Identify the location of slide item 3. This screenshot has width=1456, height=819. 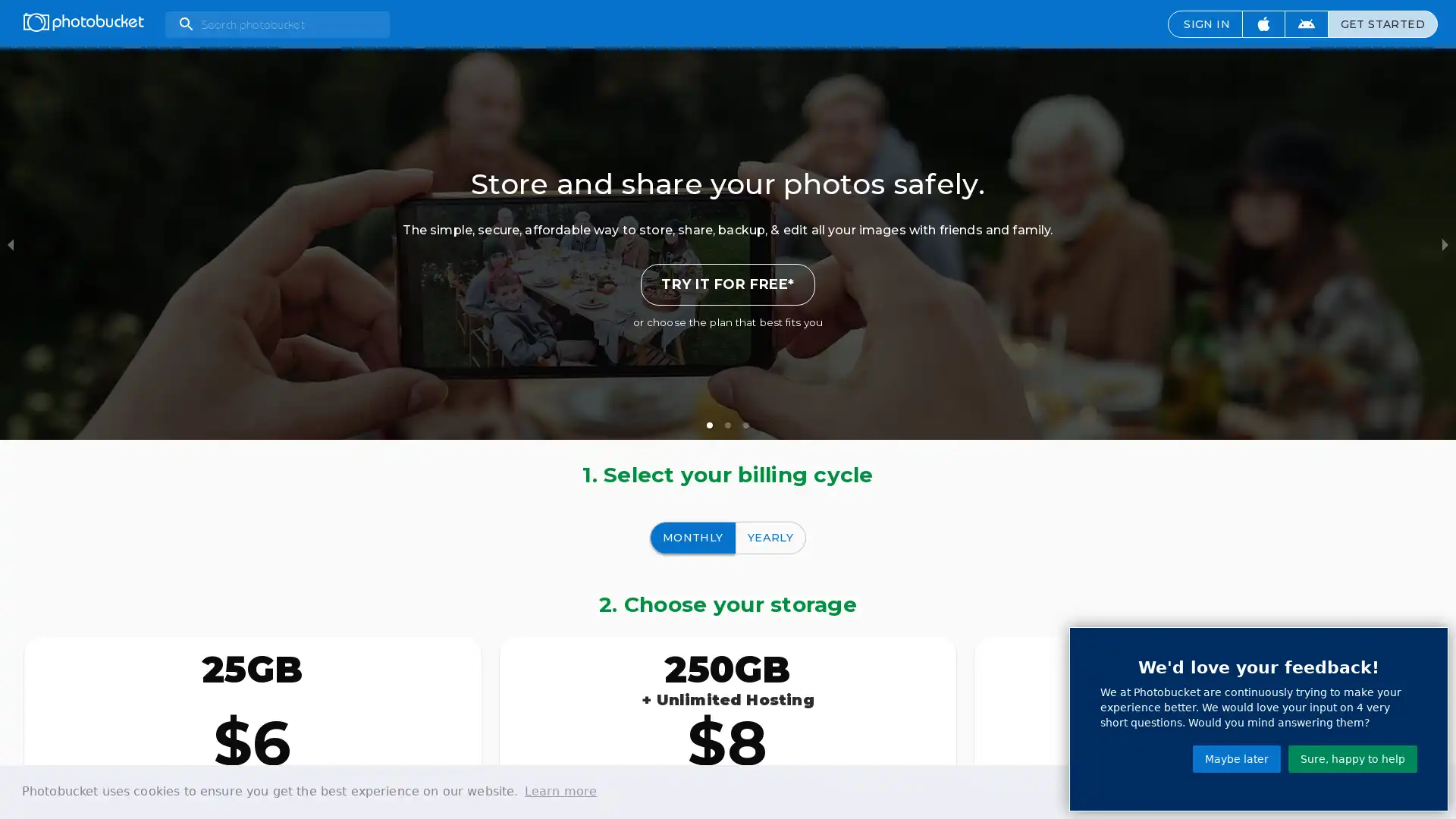
(745, 424).